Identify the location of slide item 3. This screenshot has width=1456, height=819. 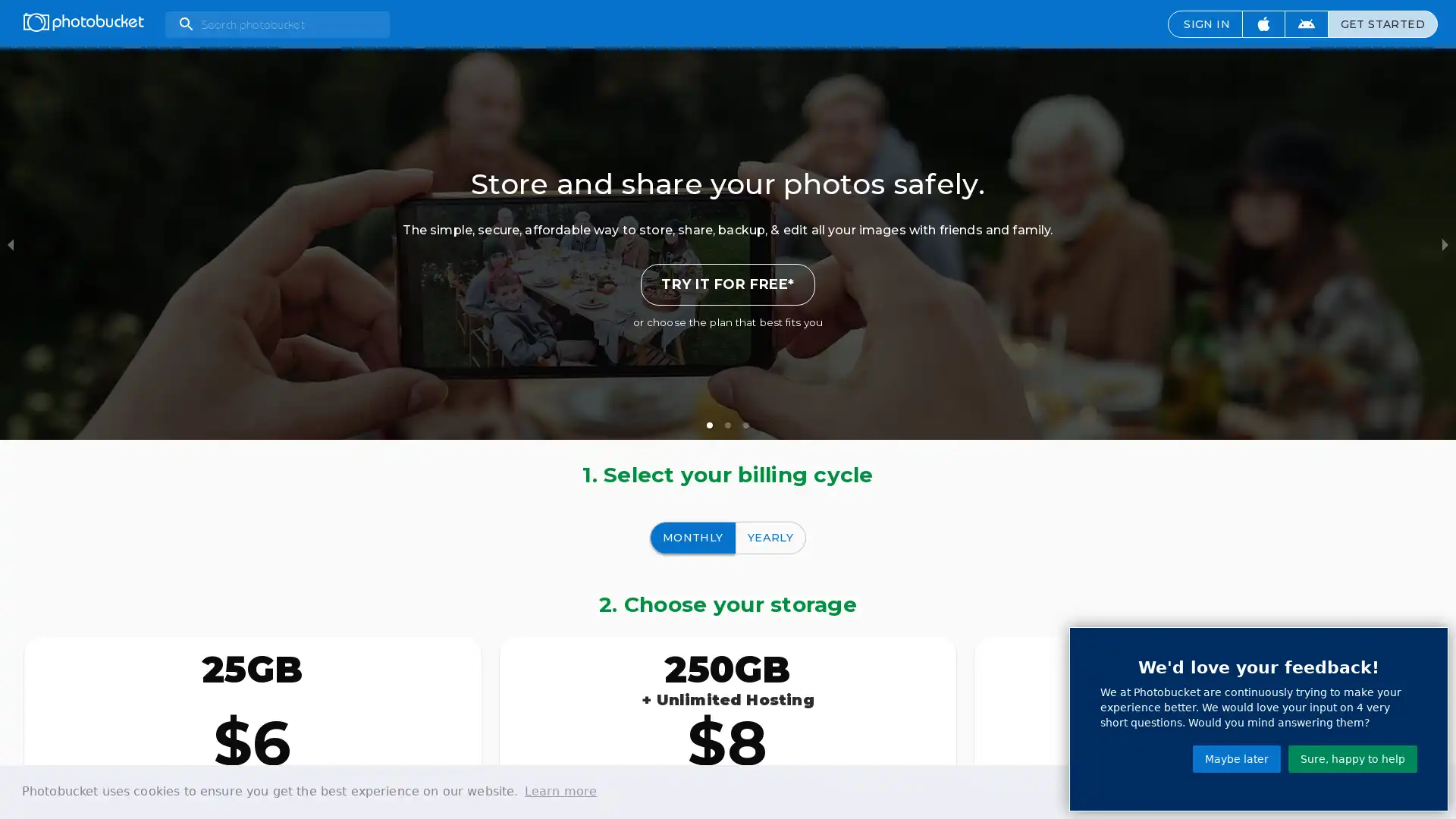
(745, 424).